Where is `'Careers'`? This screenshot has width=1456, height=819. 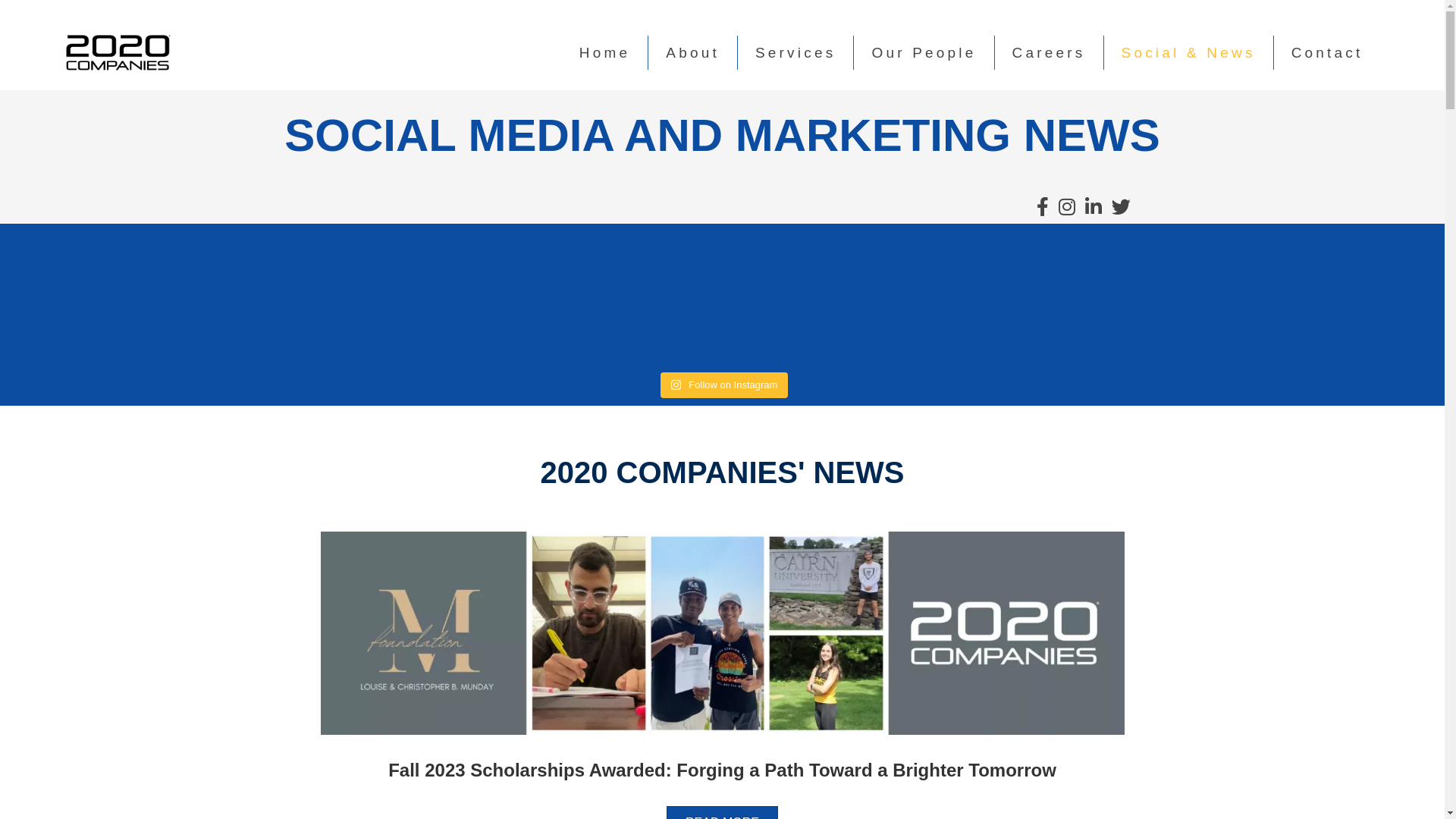
'Careers' is located at coordinates (1048, 52).